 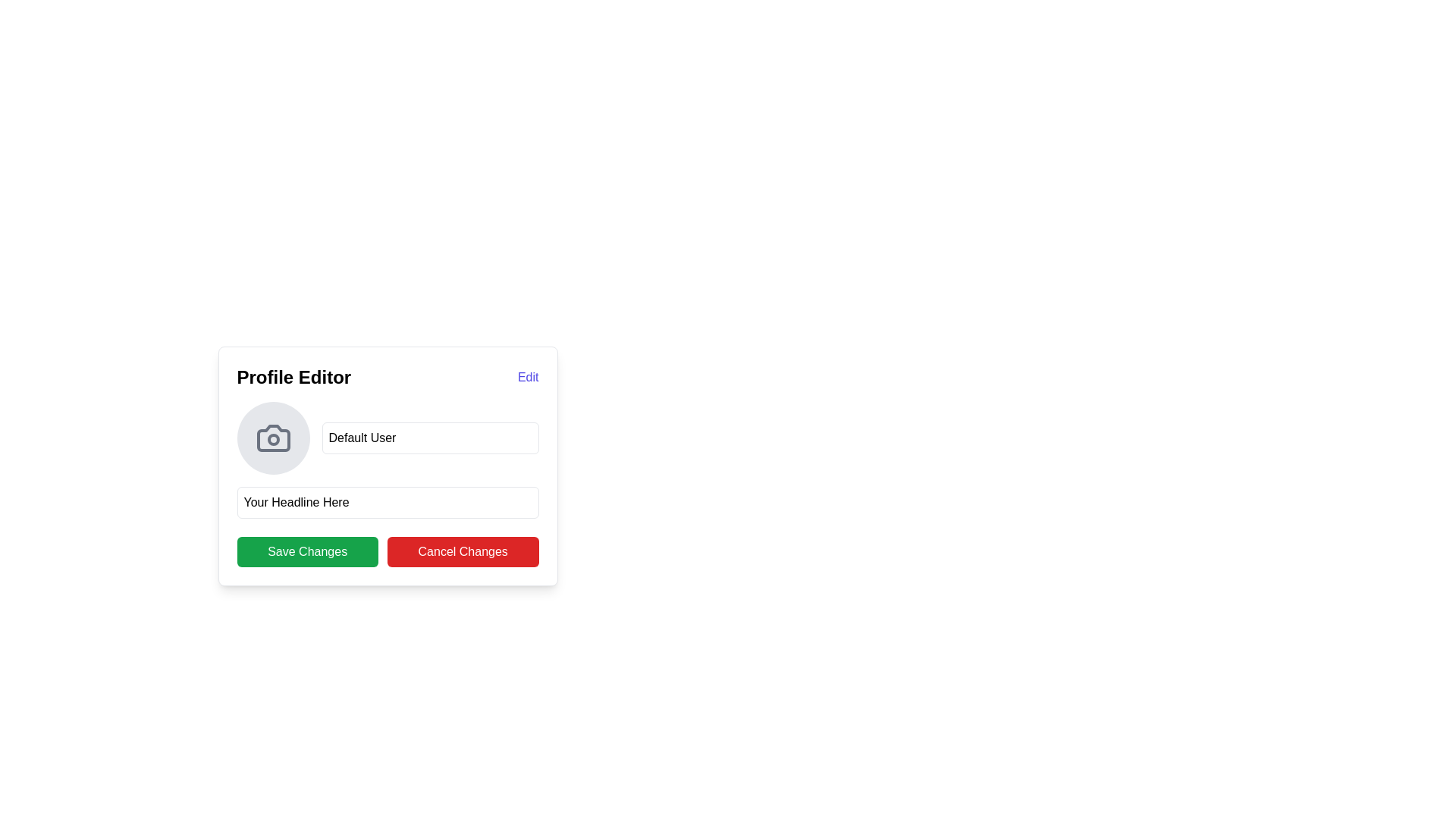 I want to click on the 'Edit' button, so click(x=528, y=376).